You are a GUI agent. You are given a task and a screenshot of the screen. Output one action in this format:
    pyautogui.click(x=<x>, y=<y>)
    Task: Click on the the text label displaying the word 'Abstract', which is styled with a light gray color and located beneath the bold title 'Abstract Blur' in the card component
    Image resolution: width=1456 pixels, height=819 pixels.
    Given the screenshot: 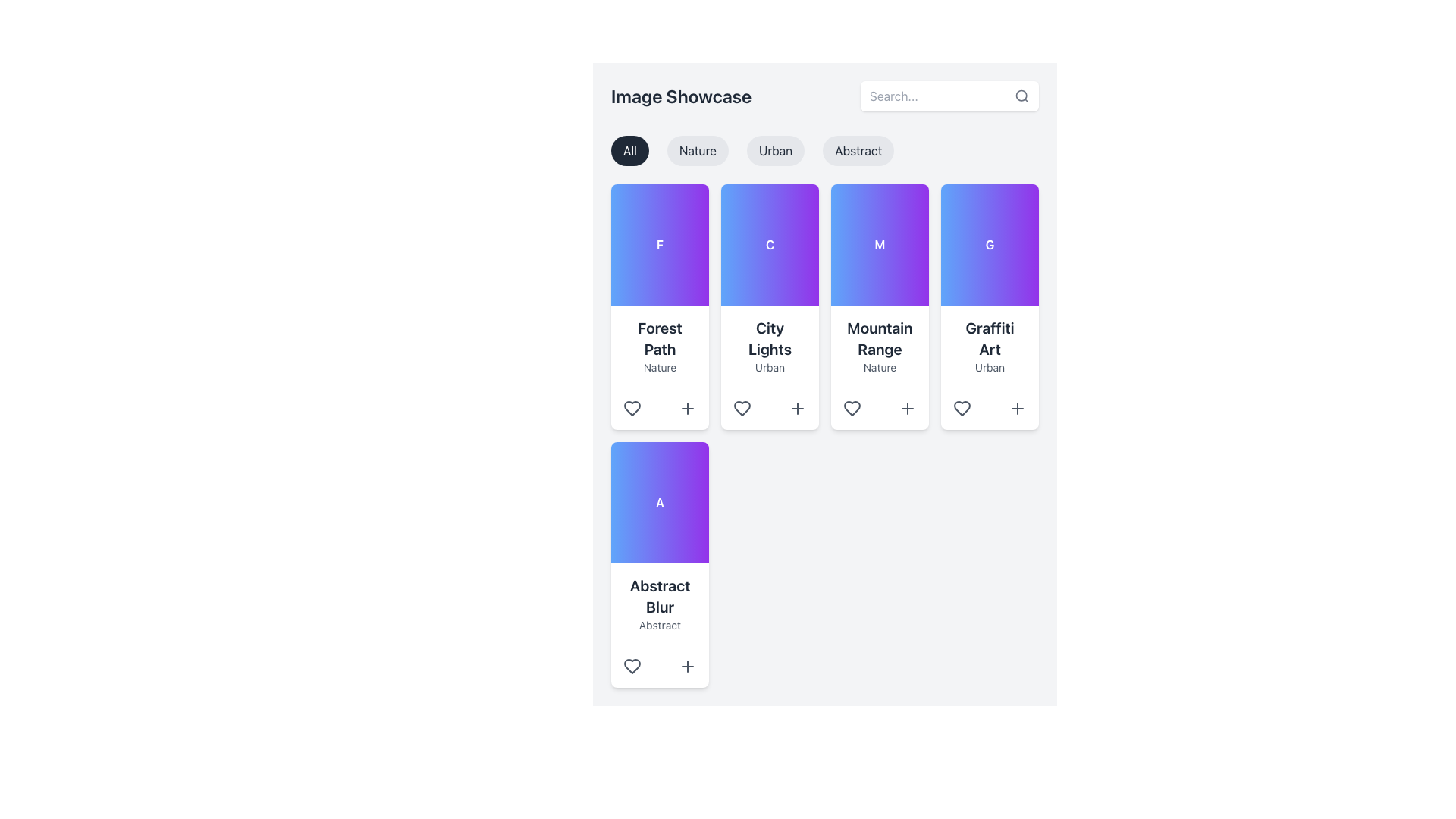 What is the action you would take?
    pyautogui.click(x=660, y=626)
    